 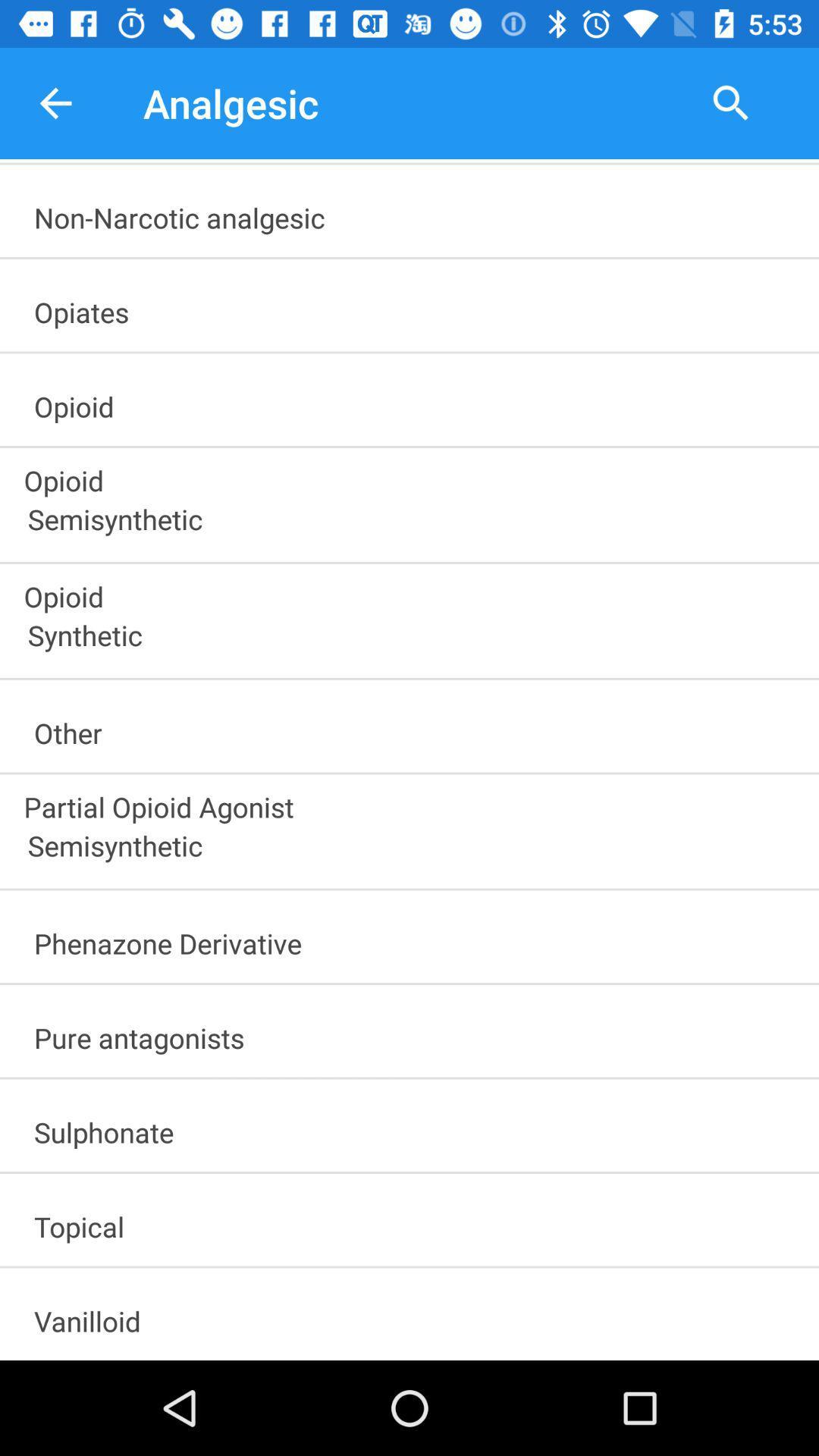 I want to click on item next to the analgesic icon, so click(x=55, y=102).